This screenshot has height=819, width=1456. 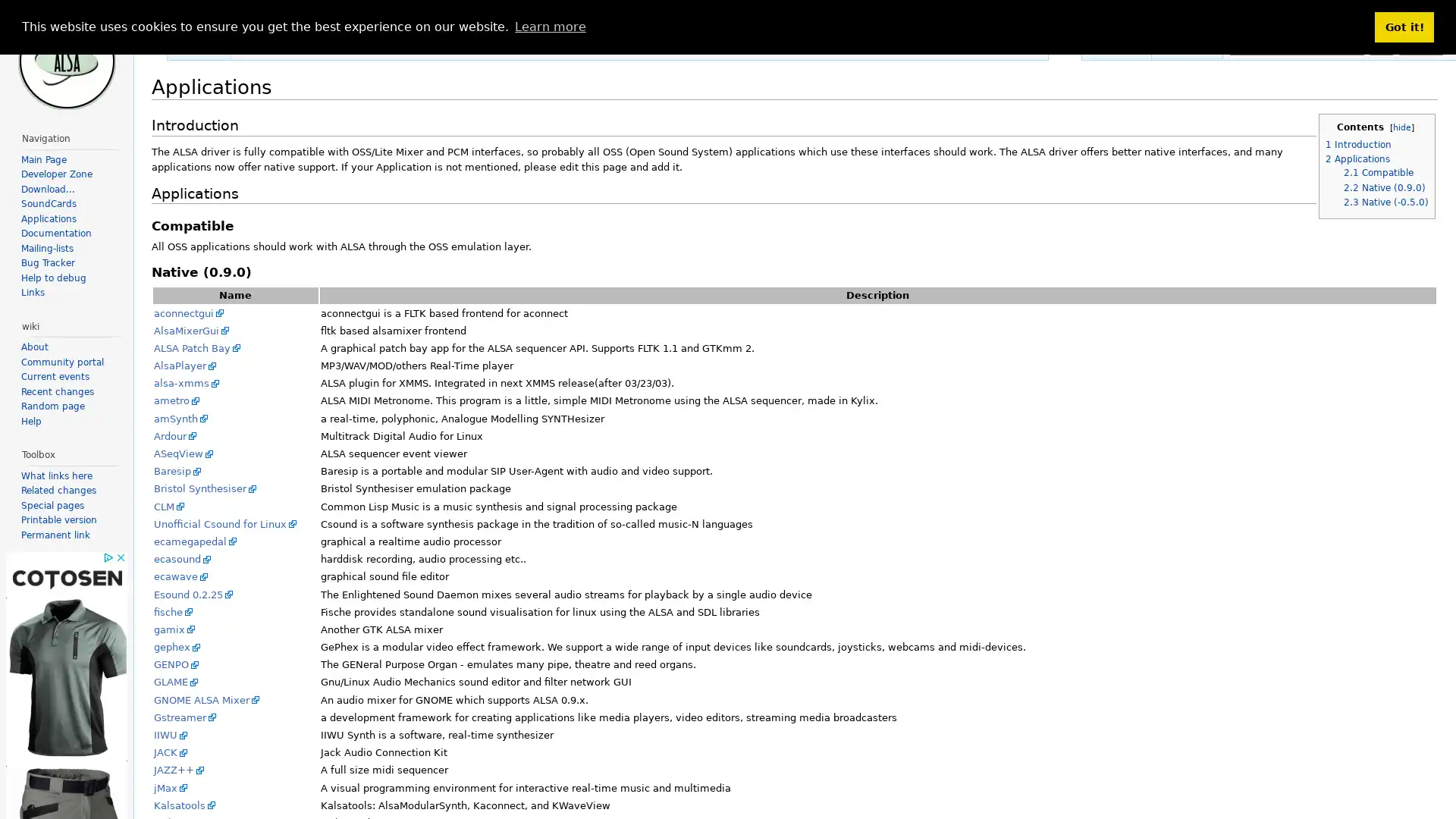 I want to click on Search, so click(x=1420, y=45).